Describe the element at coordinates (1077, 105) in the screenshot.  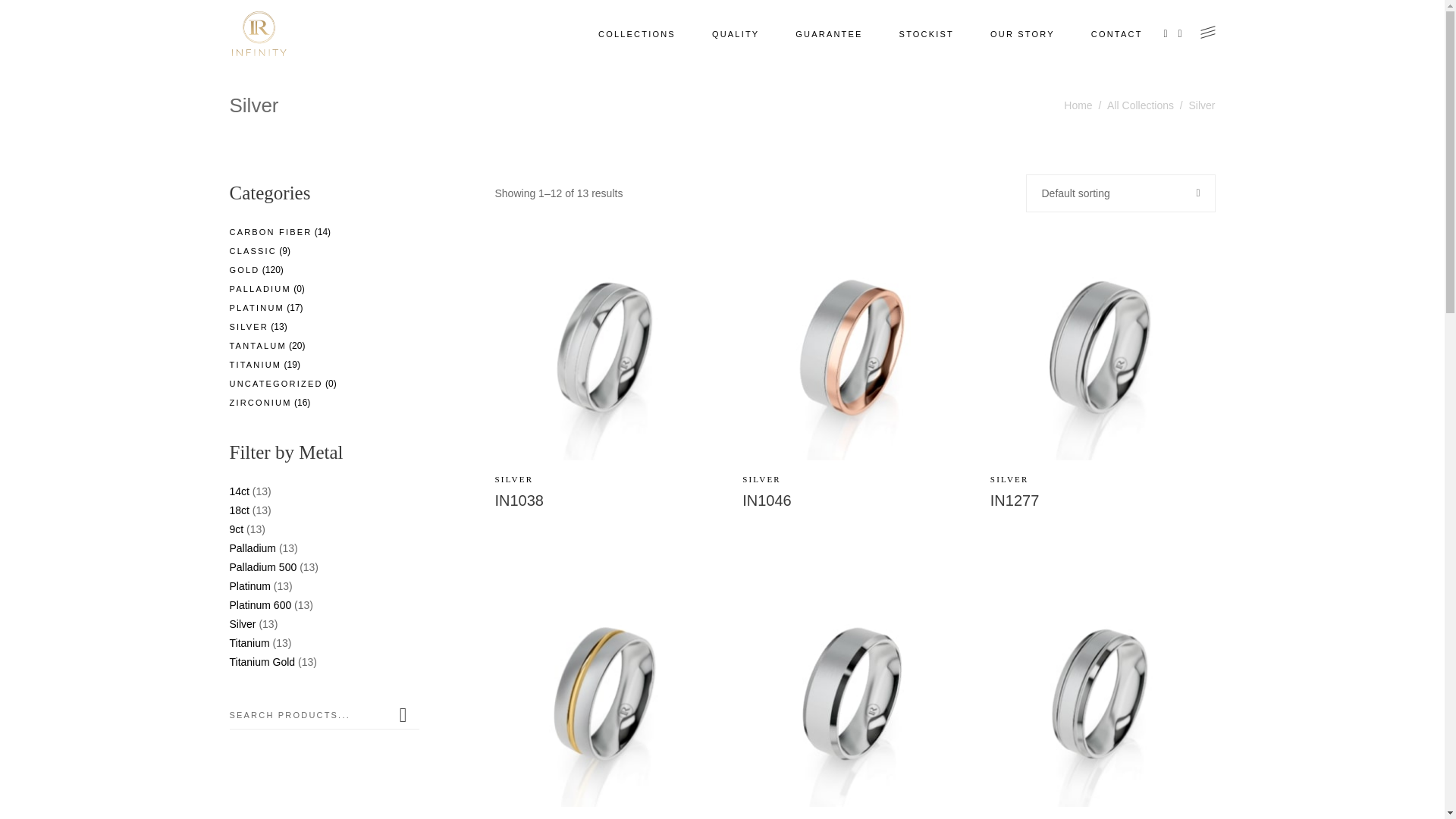
I see `'Home'` at that location.